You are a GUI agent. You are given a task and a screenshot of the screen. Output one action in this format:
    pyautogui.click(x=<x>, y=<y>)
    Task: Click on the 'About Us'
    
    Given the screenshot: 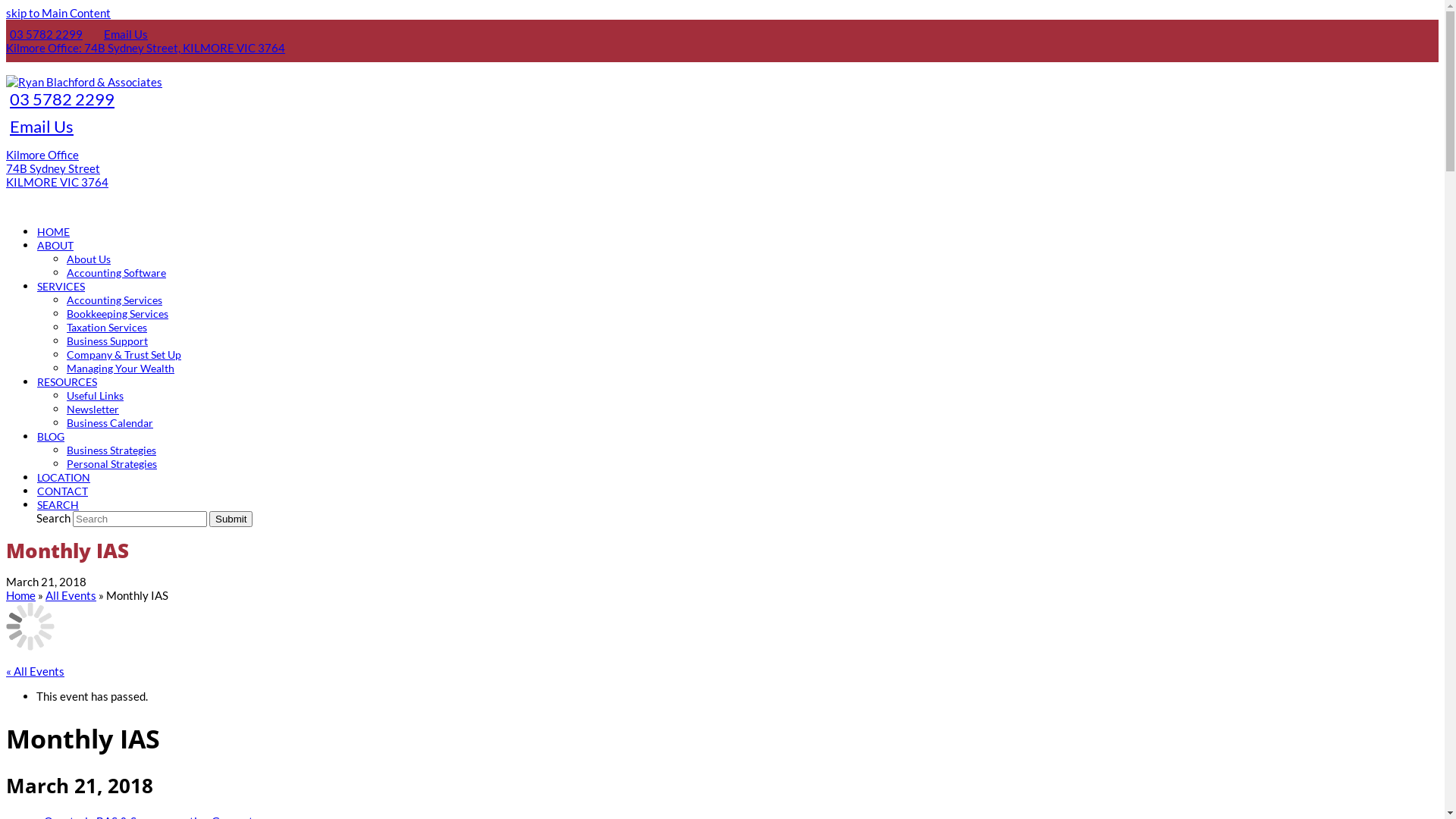 What is the action you would take?
    pyautogui.click(x=87, y=257)
    